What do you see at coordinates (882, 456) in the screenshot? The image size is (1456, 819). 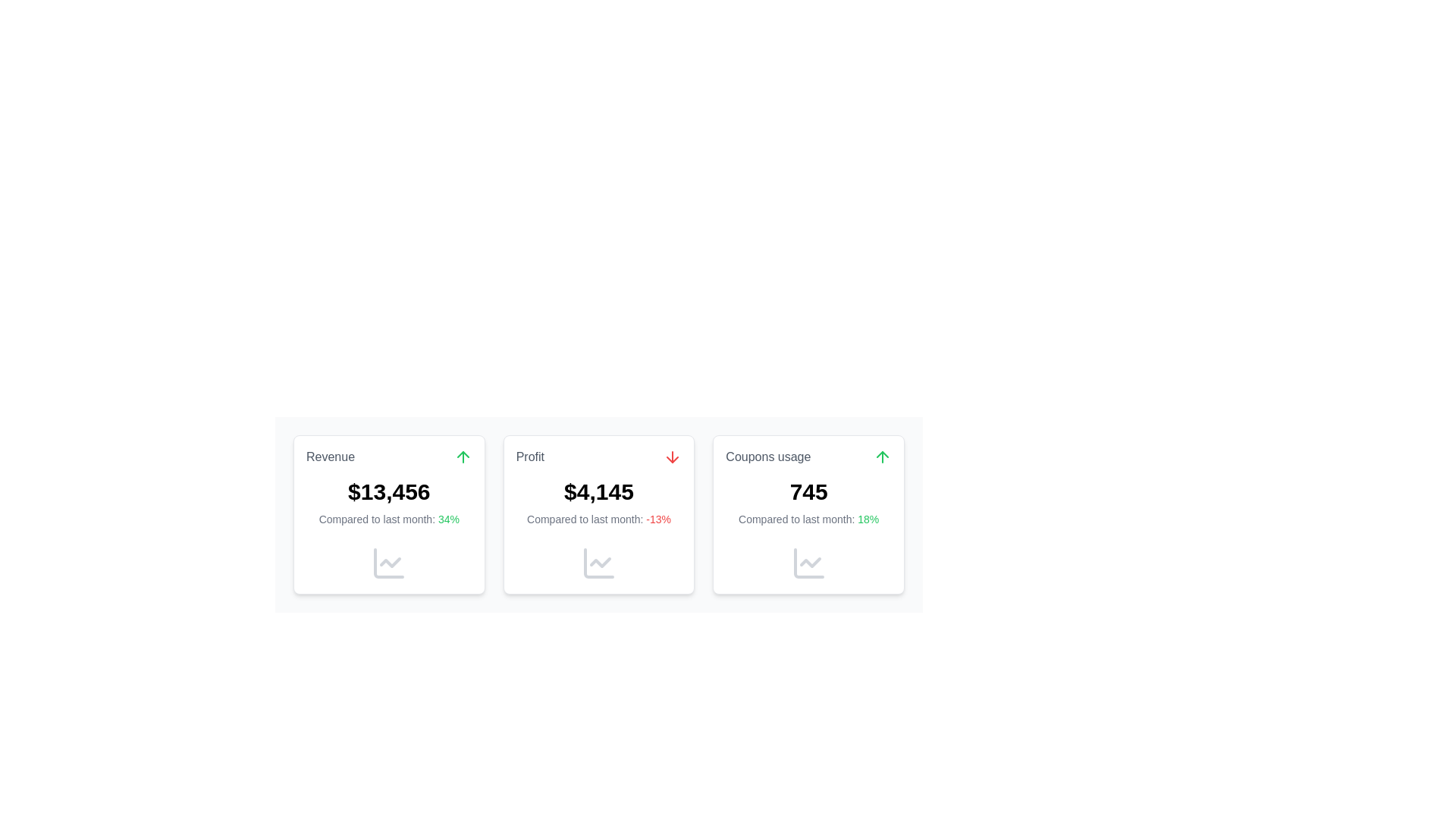 I see `the upward-pointing green arrow icon located in the top-right corner of the 'Coupons usage' card, indicating a positive trend` at bounding box center [882, 456].